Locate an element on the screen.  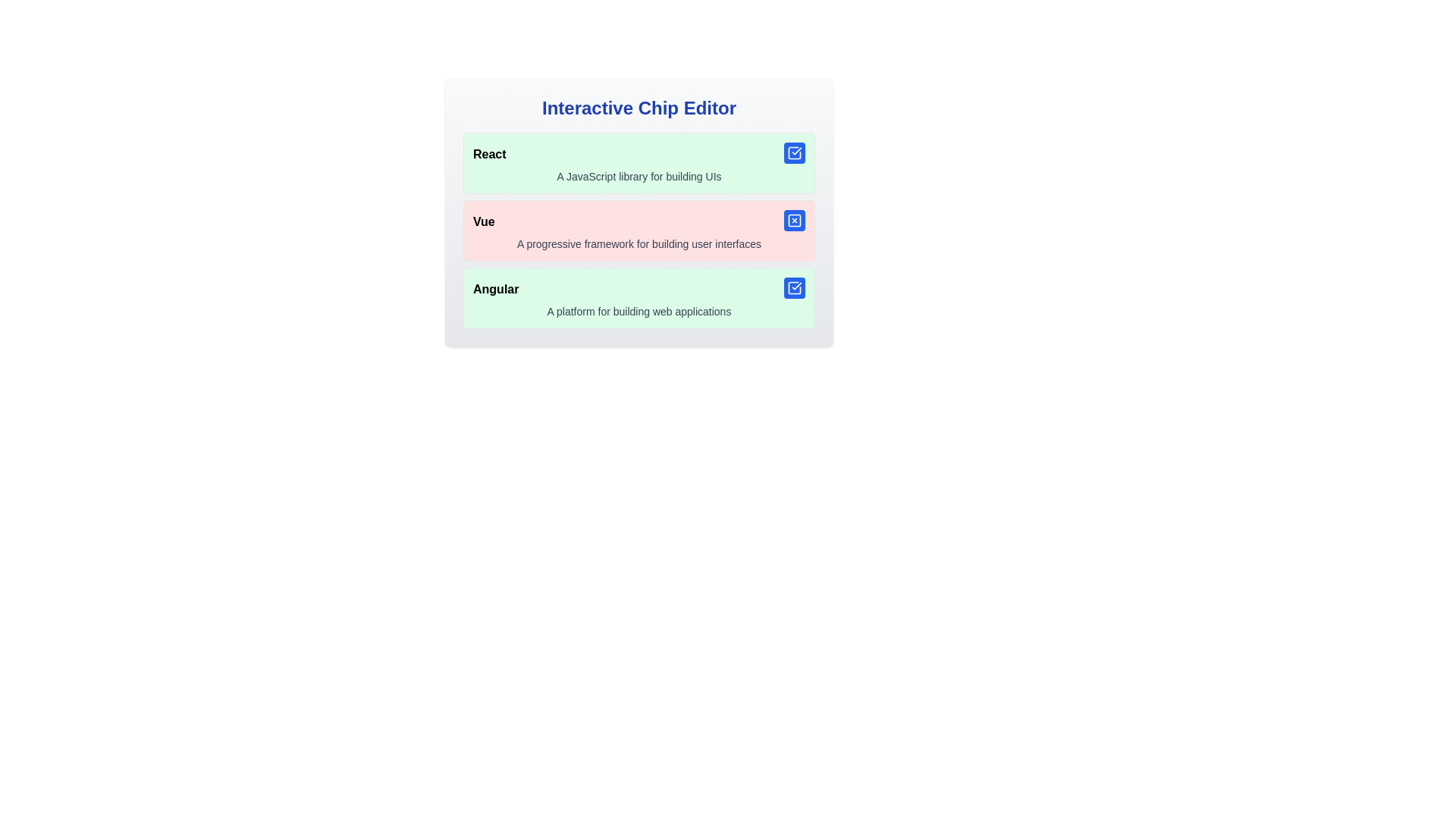
the label and description of the chip item React is located at coordinates (639, 163).